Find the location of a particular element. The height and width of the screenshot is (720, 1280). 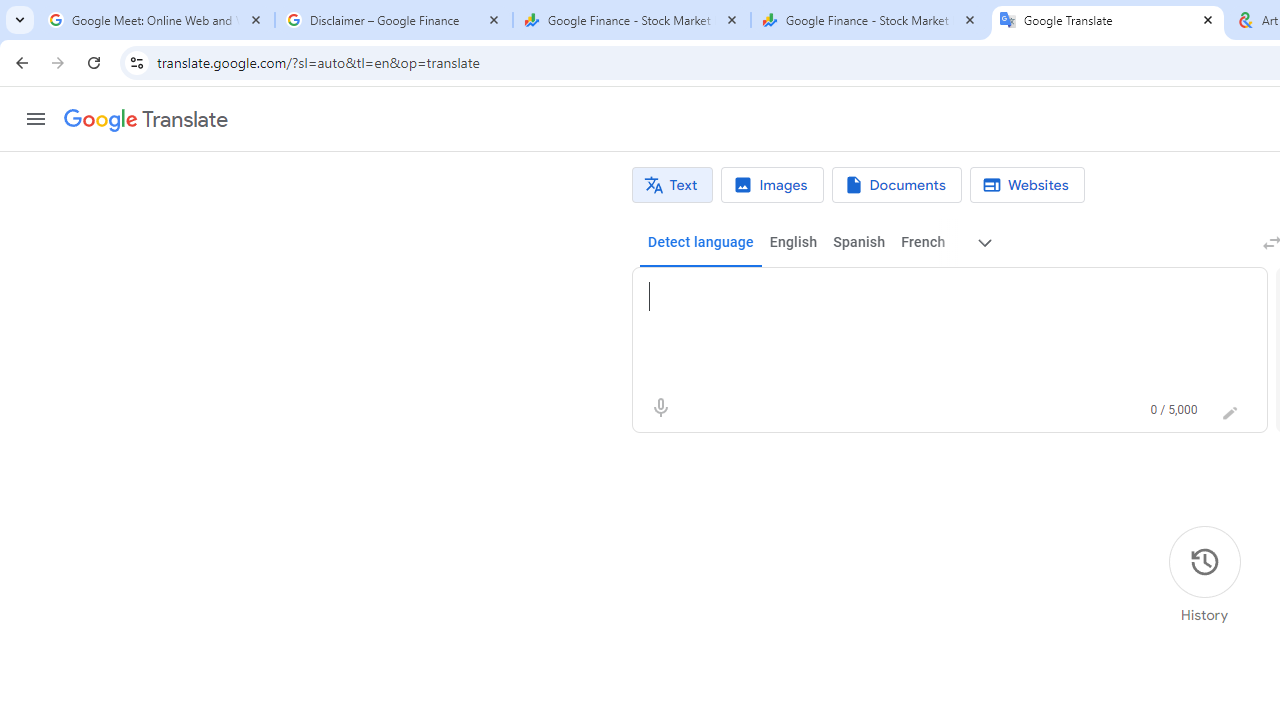

'Detect language' is located at coordinates (700, 242).